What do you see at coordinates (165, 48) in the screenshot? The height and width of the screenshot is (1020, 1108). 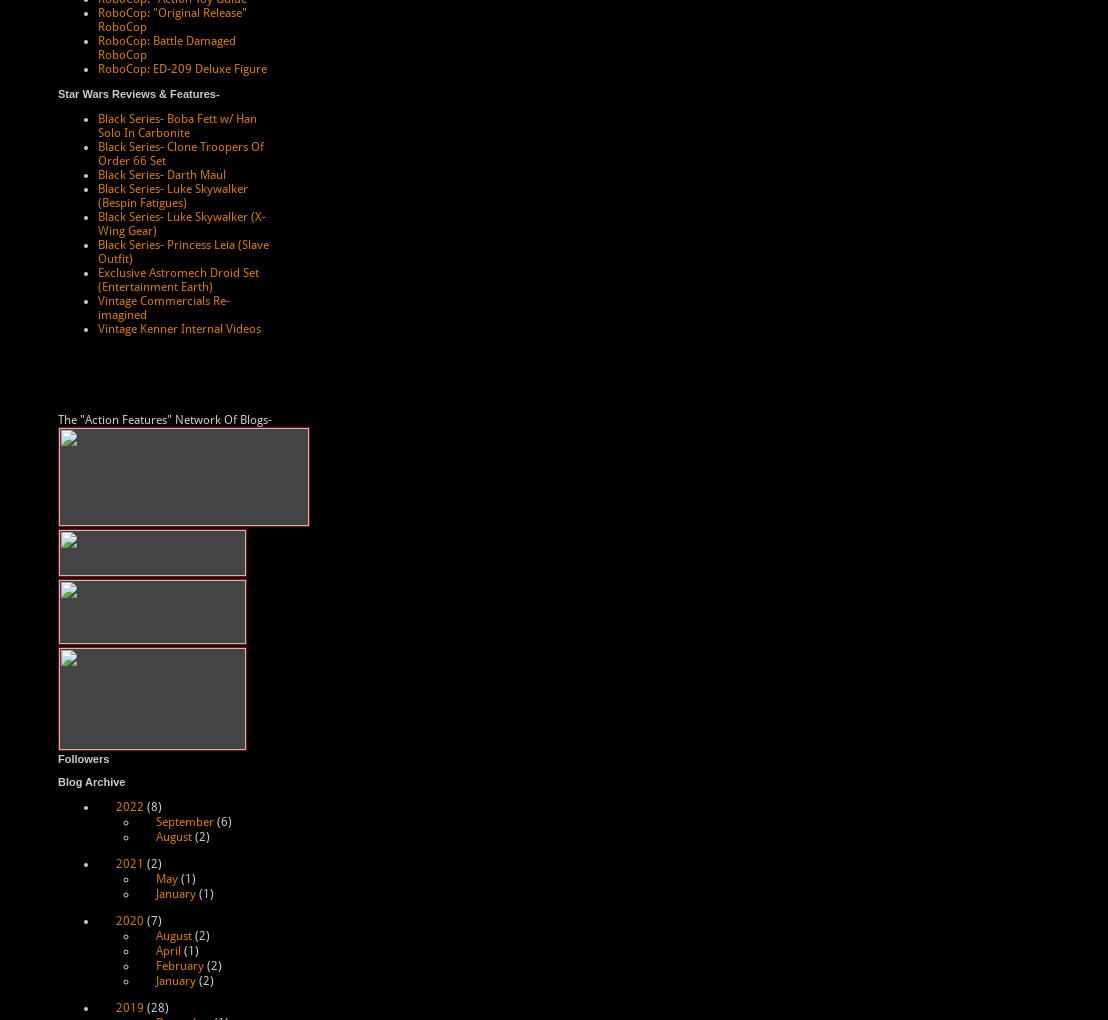 I see `'RoboCop: Battle Damaged RoboCop'` at bounding box center [165, 48].